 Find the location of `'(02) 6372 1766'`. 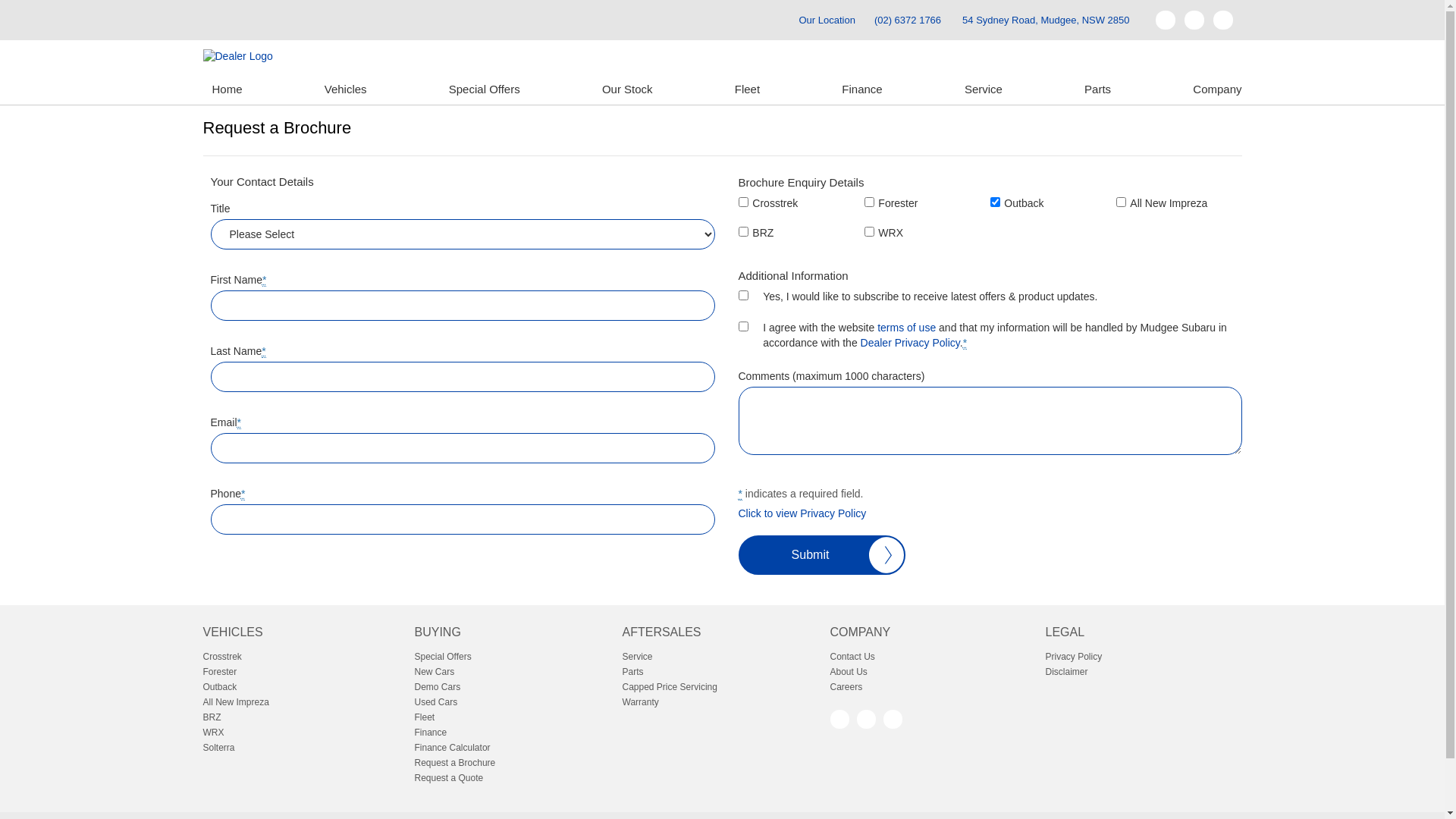

'(02) 6372 1766' is located at coordinates (907, 20).